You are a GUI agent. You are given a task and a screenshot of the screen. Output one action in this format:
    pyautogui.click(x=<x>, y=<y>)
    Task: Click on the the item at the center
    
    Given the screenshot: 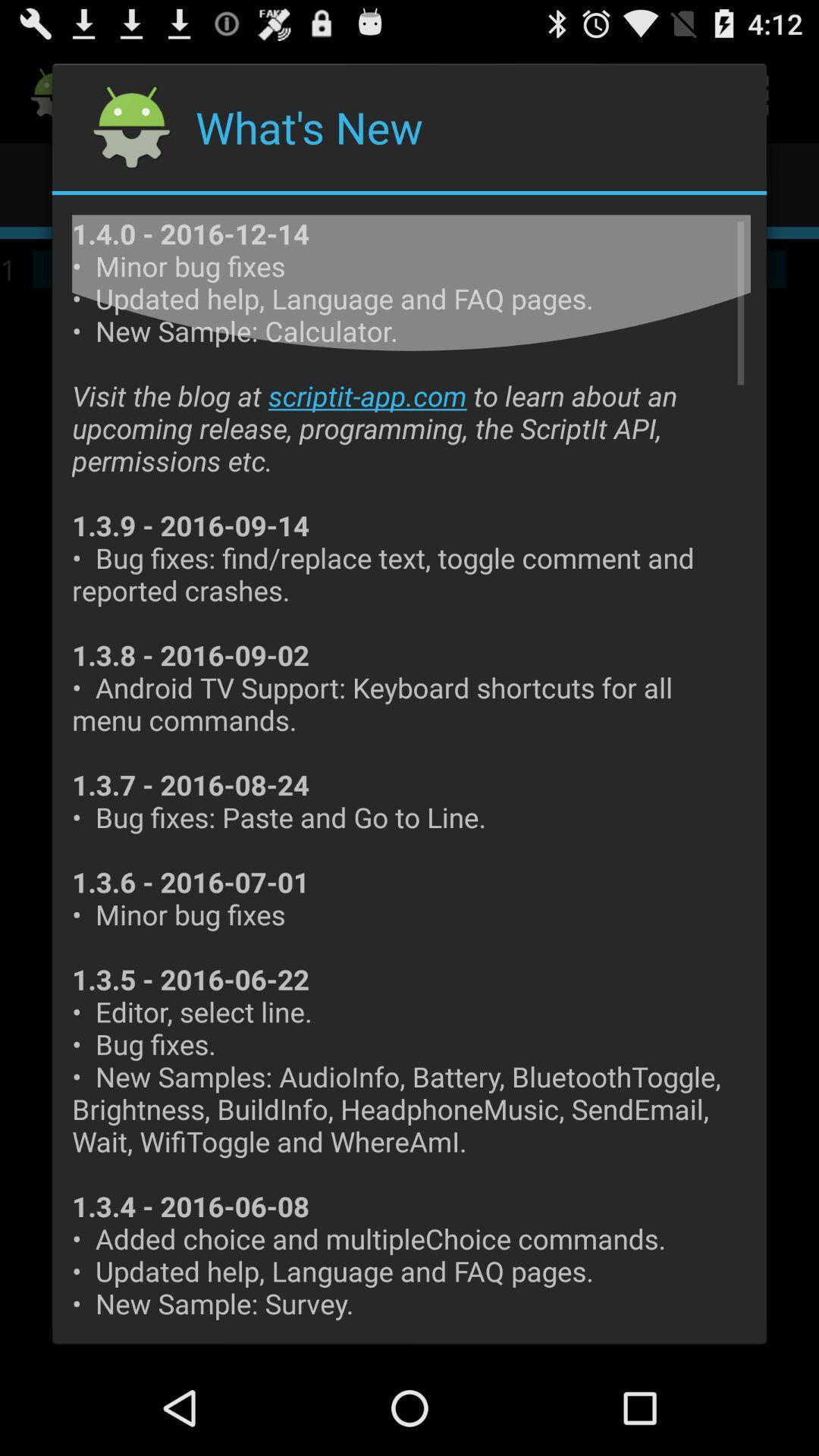 What is the action you would take?
    pyautogui.click(x=411, y=770)
    